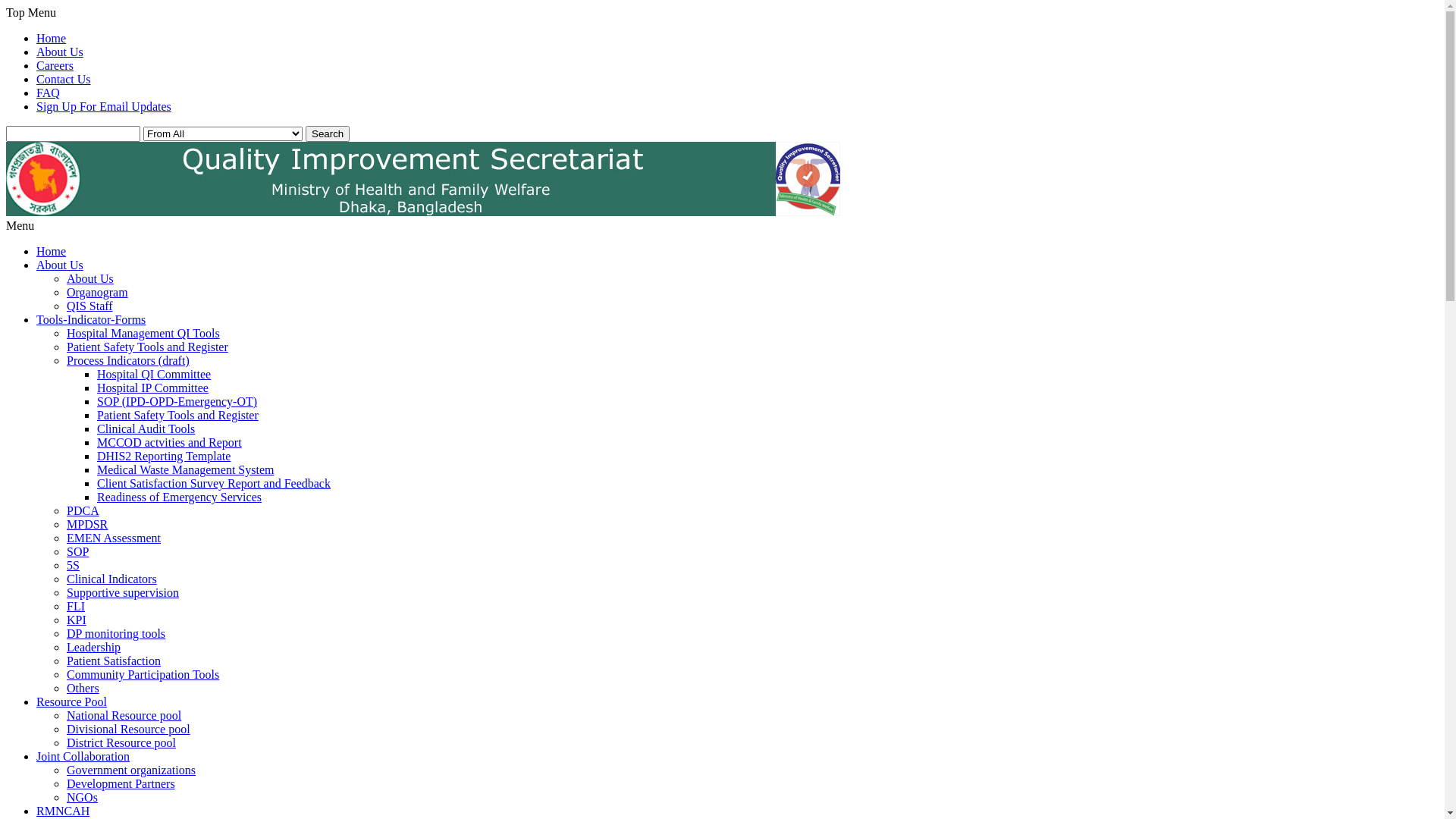 This screenshot has width=1456, height=819. I want to click on 'Joint Collaboration', so click(36, 756).